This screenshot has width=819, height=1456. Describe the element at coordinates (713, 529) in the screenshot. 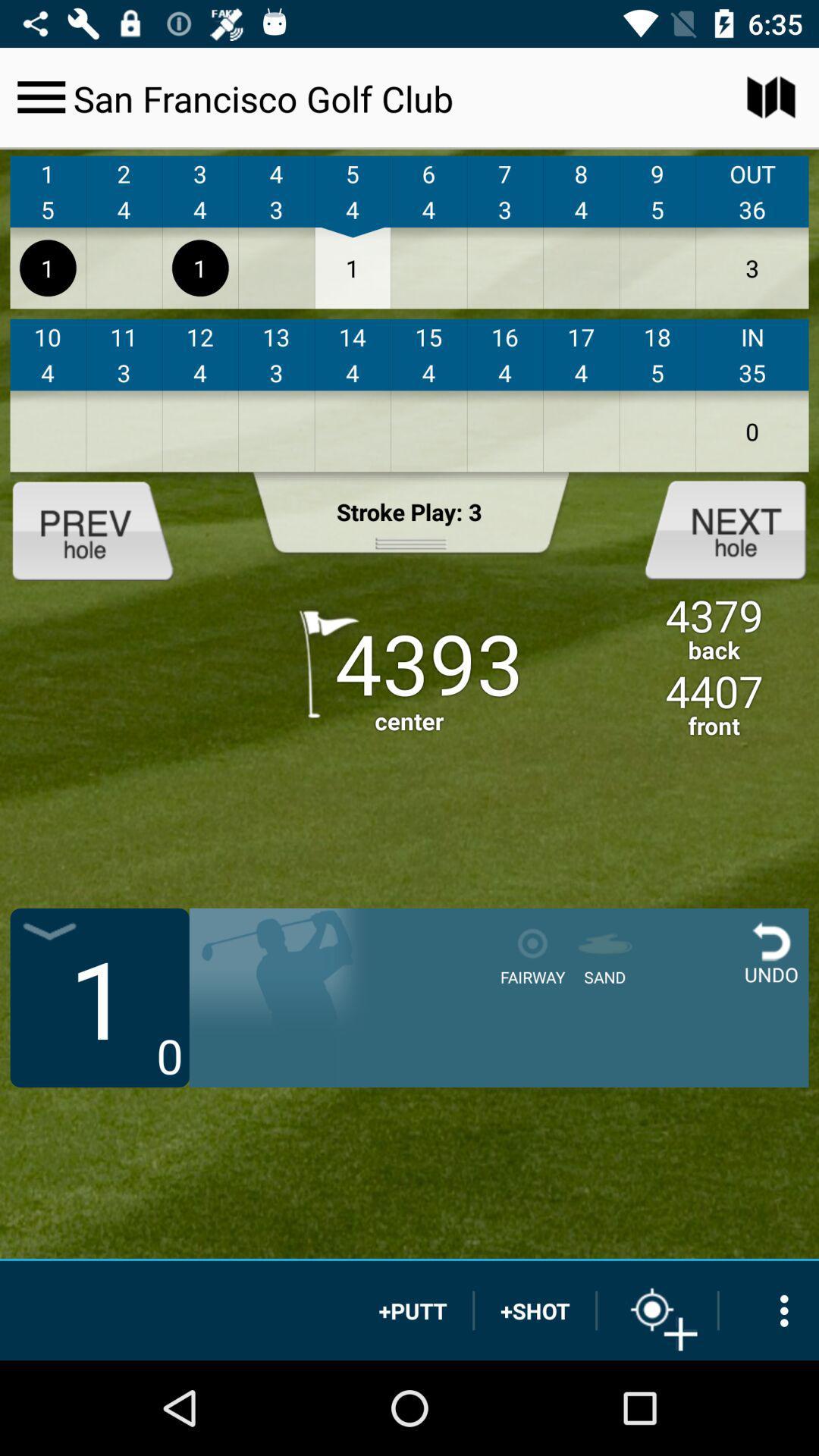

I see `click on next` at that location.